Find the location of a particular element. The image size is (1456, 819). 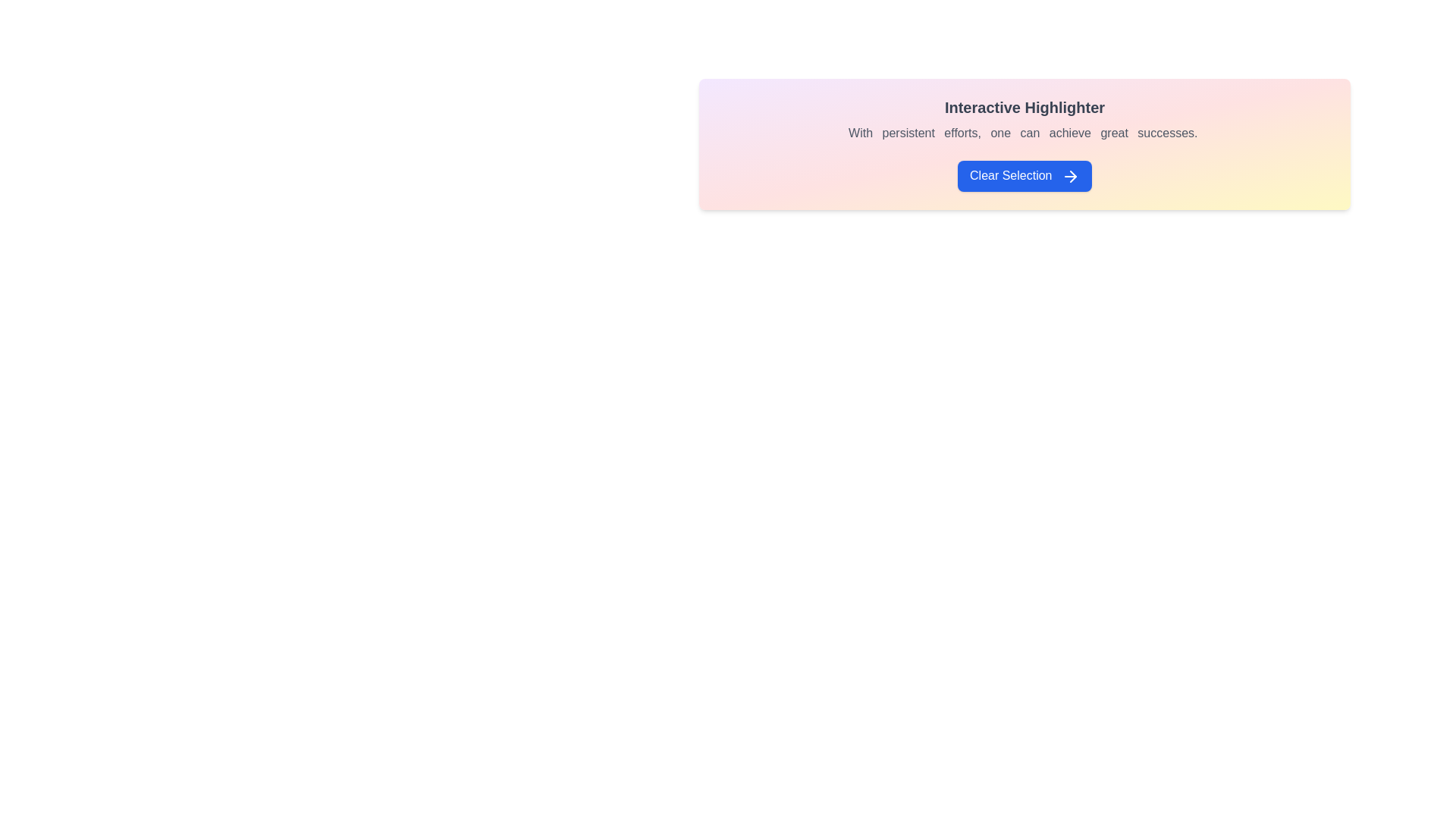

the selectable text 'efforts' is located at coordinates (963, 132).